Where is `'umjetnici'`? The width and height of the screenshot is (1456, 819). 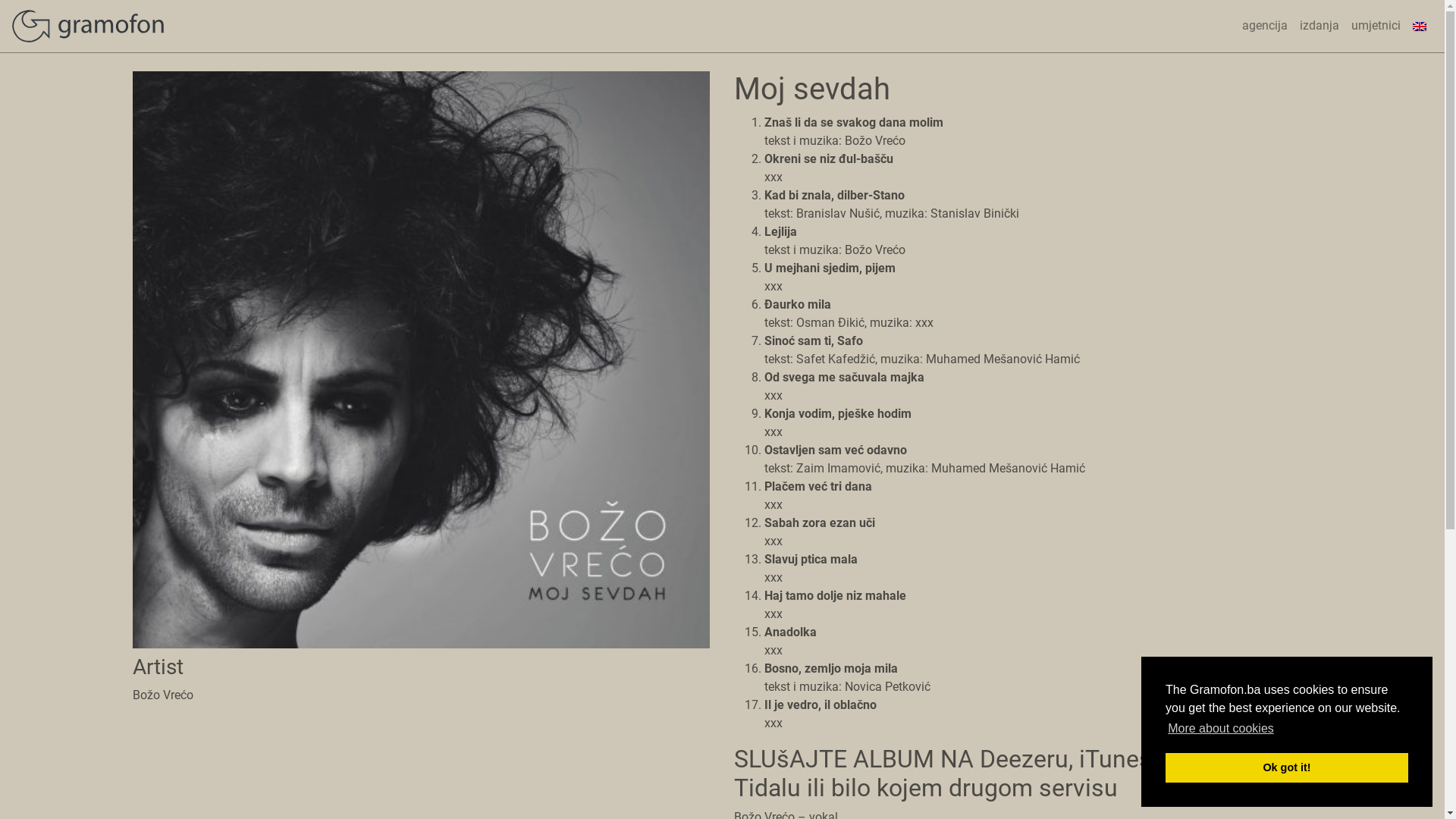 'umjetnici' is located at coordinates (1376, 26).